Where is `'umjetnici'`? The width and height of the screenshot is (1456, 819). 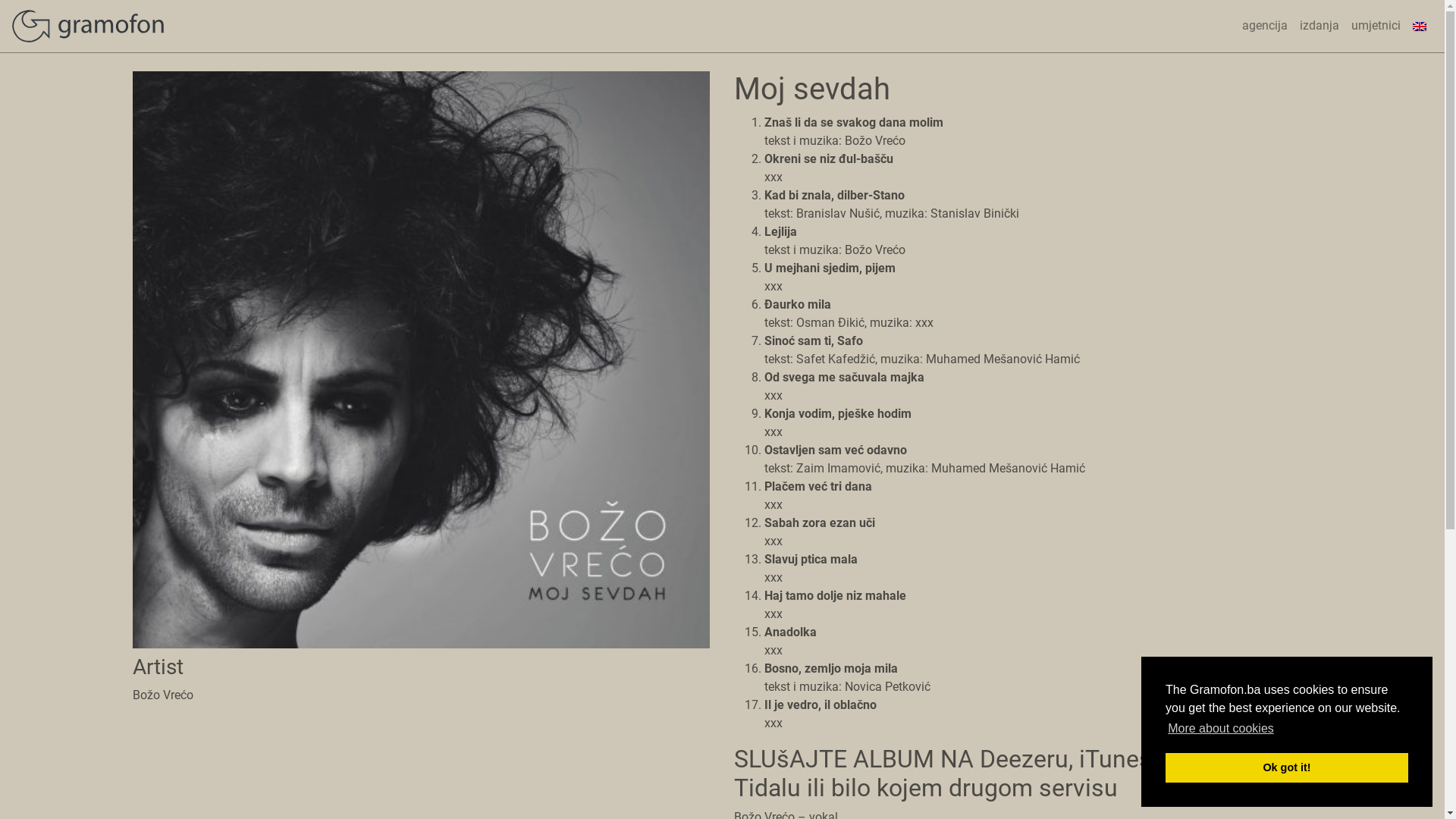 'umjetnici' is located at coordinates (1376, 26).